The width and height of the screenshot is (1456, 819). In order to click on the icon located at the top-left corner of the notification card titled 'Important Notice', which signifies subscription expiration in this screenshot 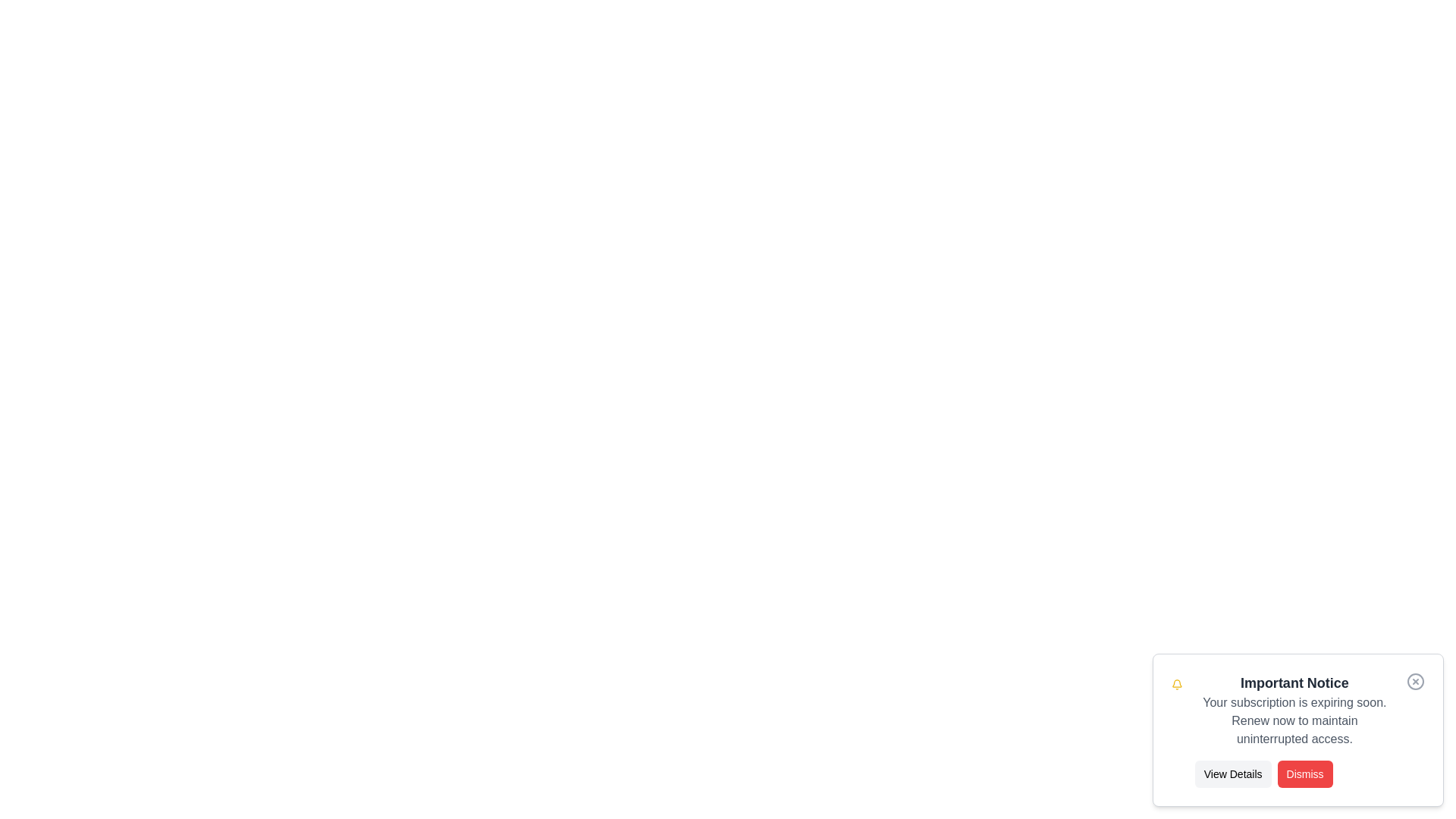, I will do `click(1176, 684)`.